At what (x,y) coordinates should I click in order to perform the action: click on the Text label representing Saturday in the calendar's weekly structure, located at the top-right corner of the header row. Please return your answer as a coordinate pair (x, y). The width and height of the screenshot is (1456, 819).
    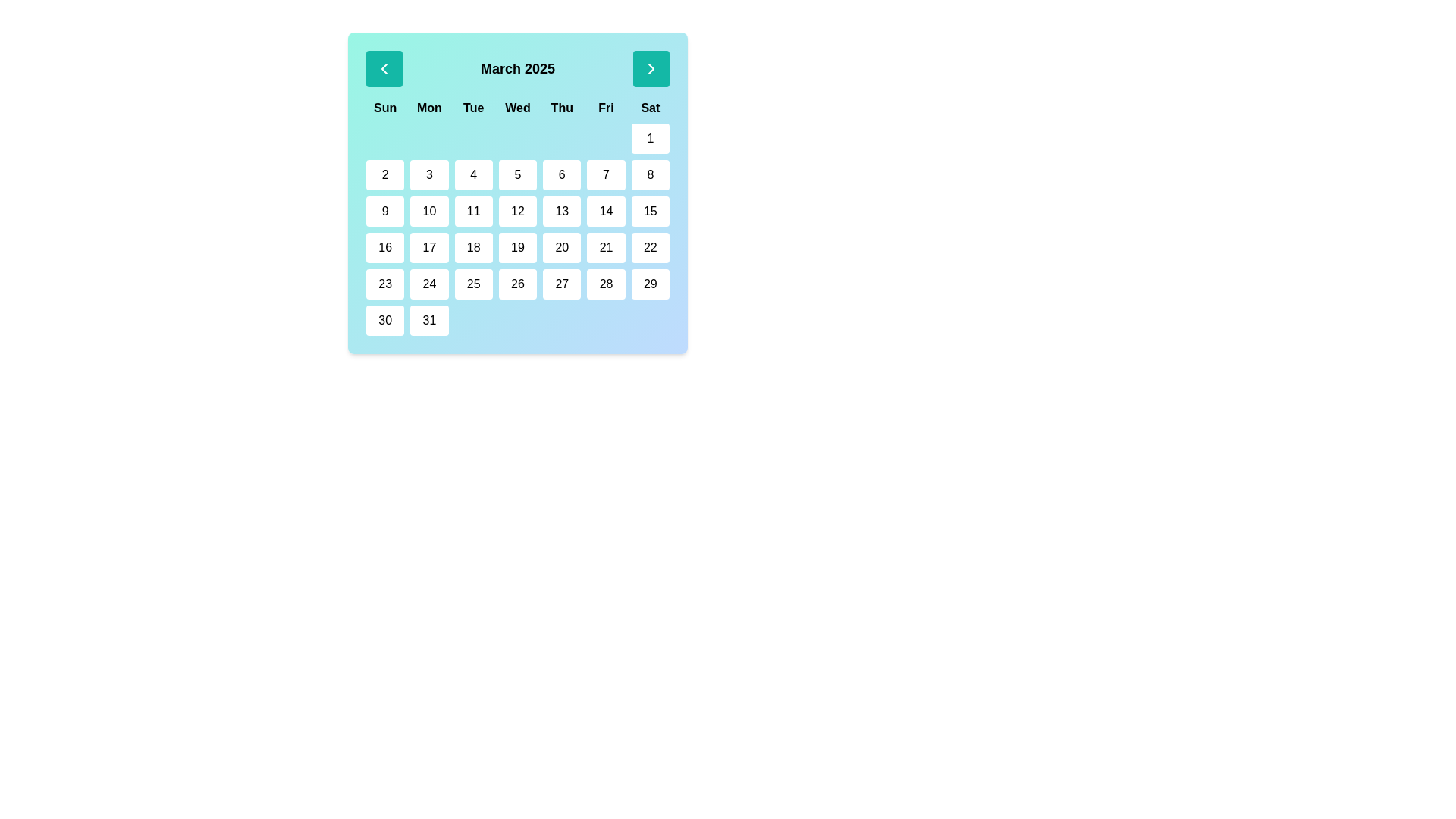
    Looking at the image, I should click on (650, 107).